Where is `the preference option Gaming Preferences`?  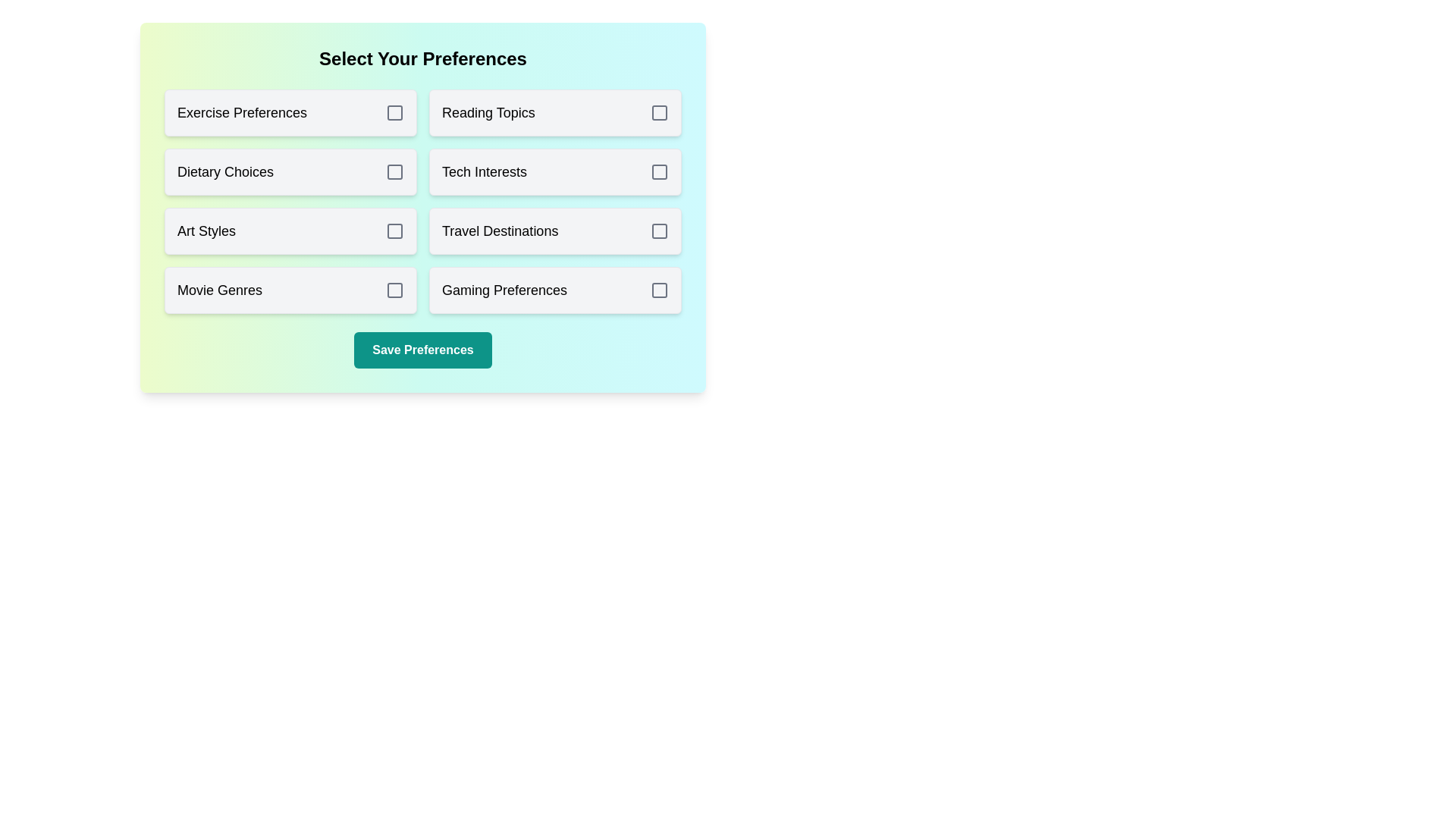 the preference option Gaming Preferences is located at coordinates (554, 290).